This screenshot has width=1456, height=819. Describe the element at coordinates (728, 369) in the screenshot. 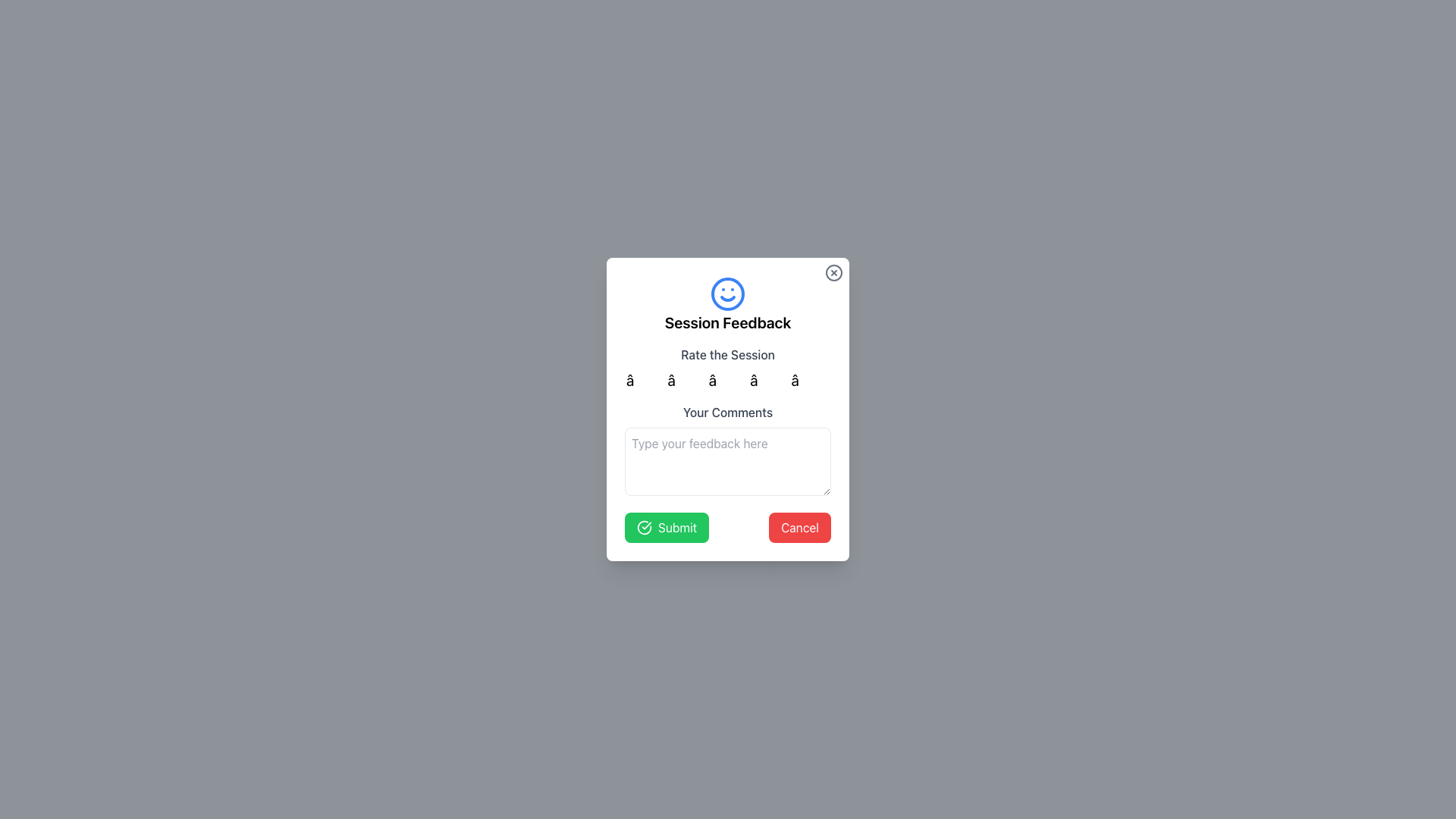

I see `the star rating selector component located within the modal box under the 'Session Feedback' title` at that location.